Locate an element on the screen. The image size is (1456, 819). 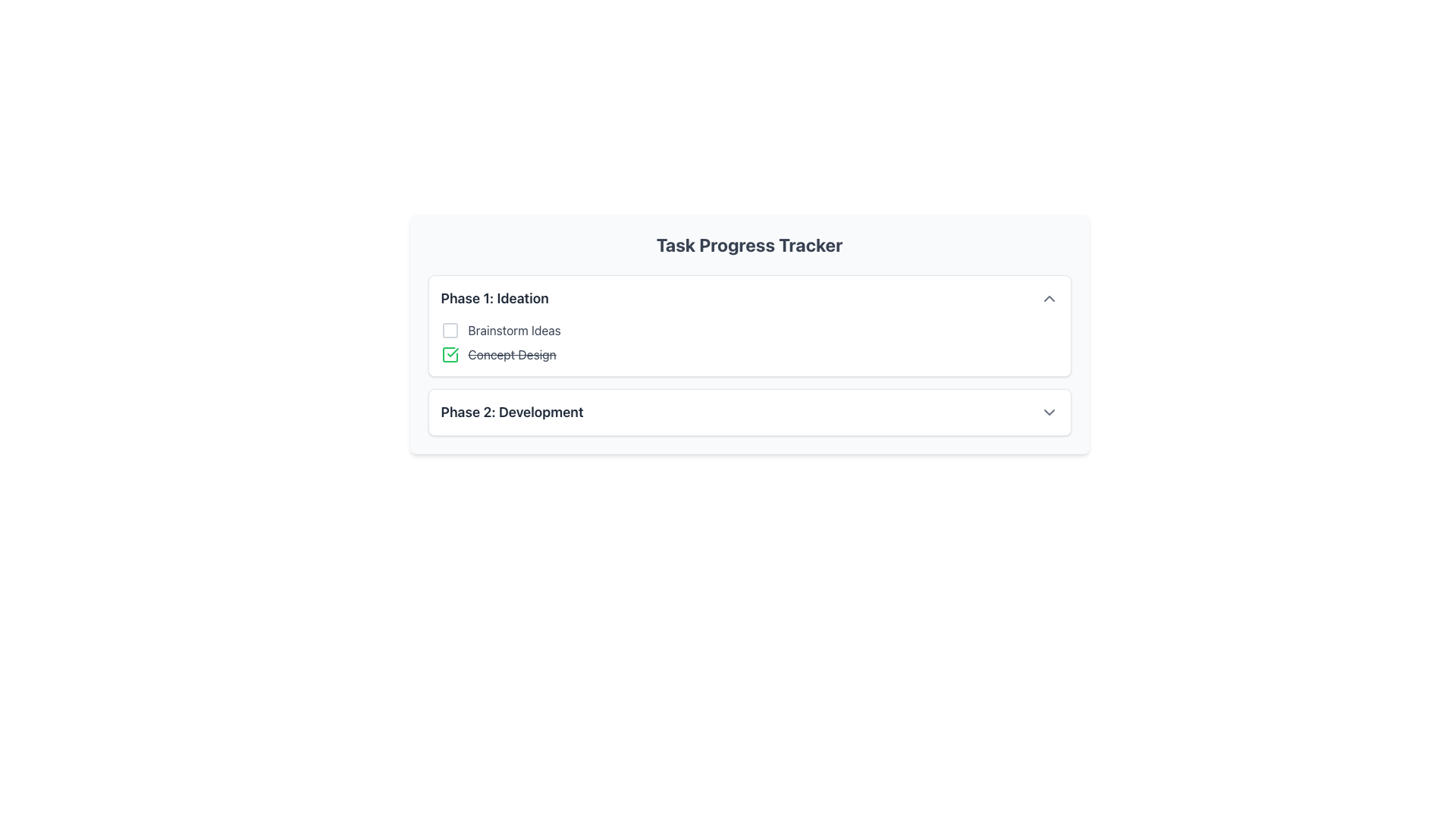
the visual feedback of the checkmark indicating the completion status of the 'Concept Design' task by hovering over it is located at coordinates (451, 353).